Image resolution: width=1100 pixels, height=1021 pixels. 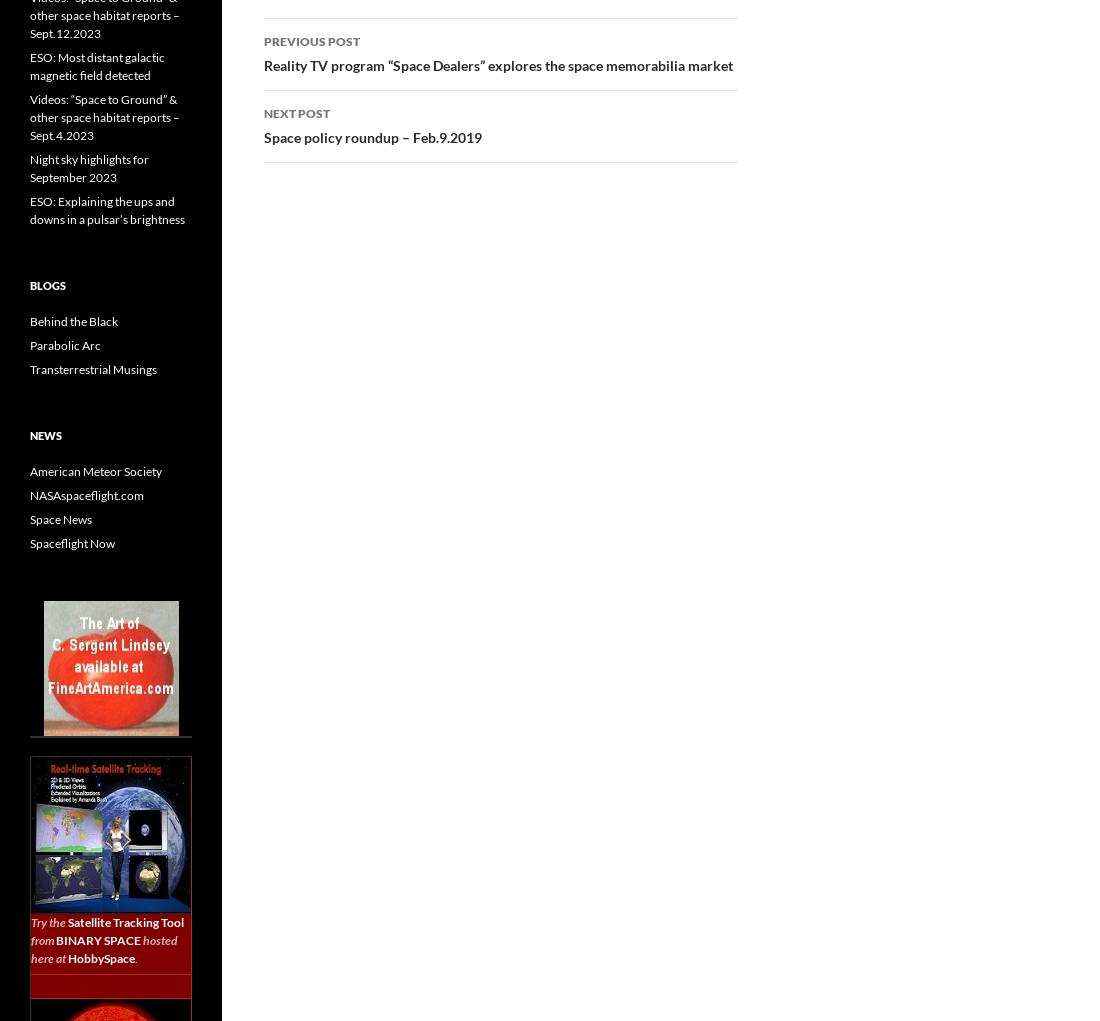 I want to click on 'Transterrestrial Musings', so click(x=93, y=369).